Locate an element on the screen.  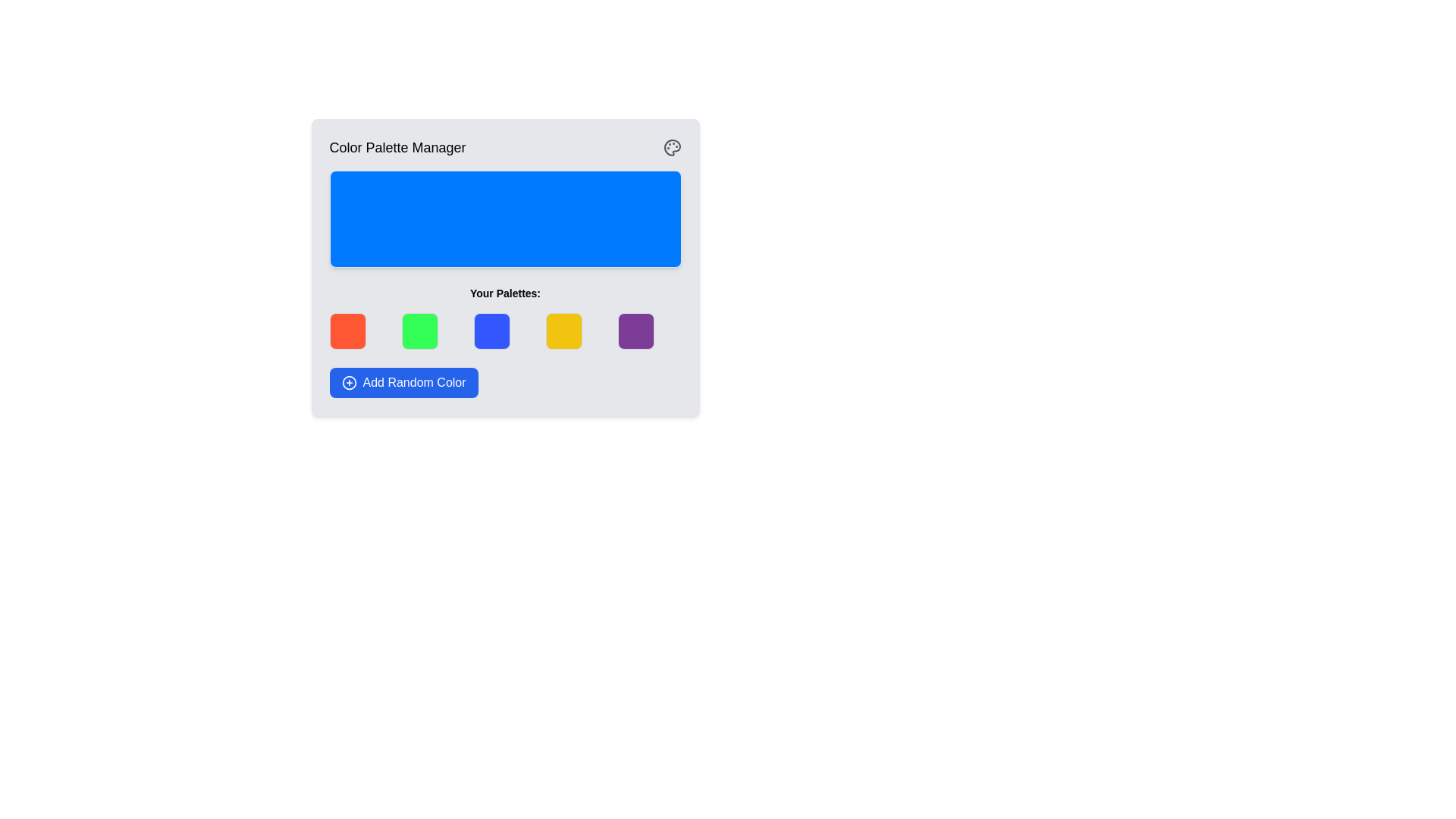
the Text Label that serves as a title or header for the section, providing a clear understanding of its purpose is located at coordinates (397, 148).